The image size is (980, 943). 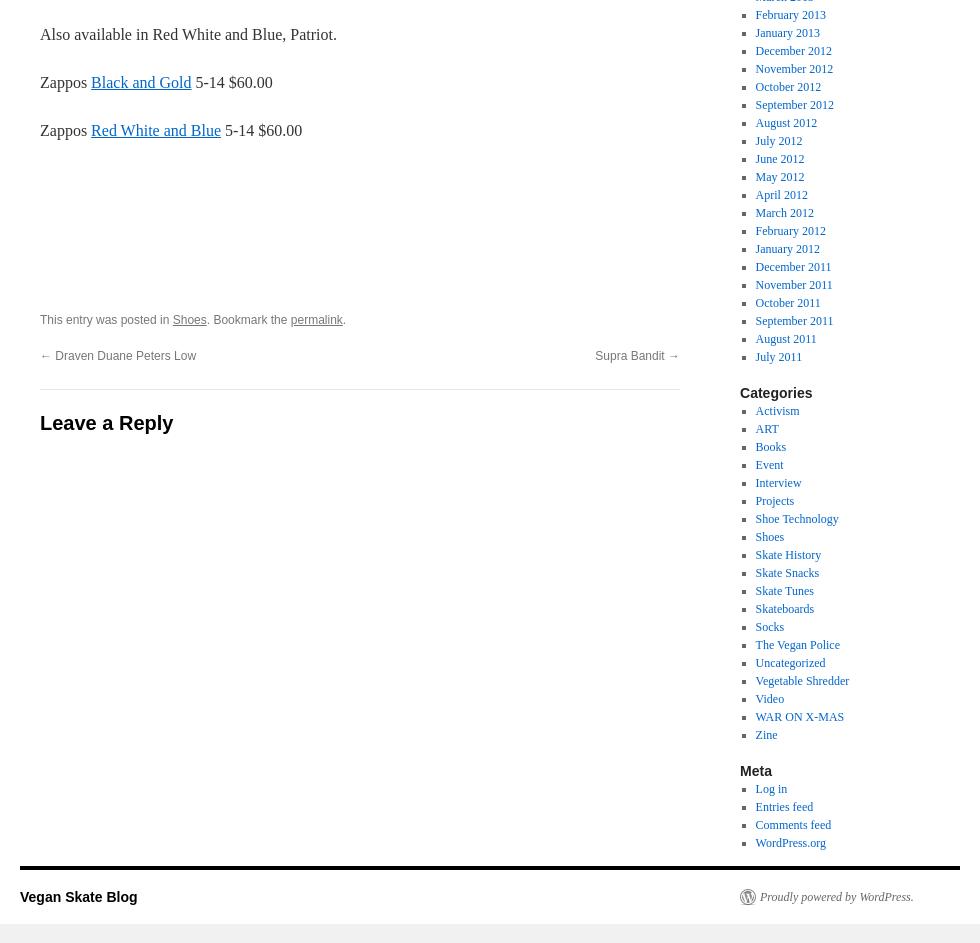 I want to click on 'Shoe Technology', so click(x=796, y=518).